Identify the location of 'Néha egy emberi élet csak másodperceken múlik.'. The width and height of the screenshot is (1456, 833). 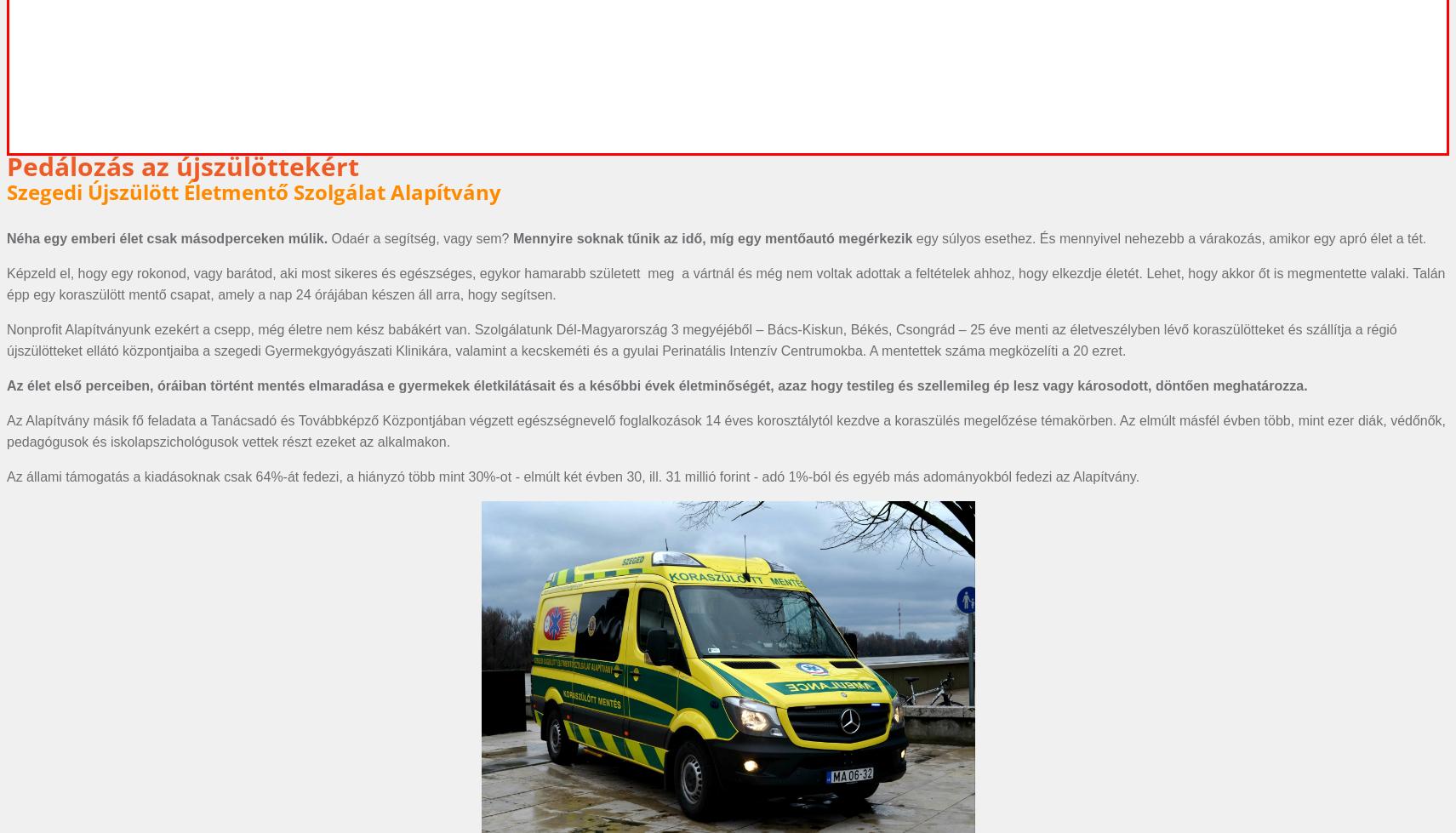
(168, 237).